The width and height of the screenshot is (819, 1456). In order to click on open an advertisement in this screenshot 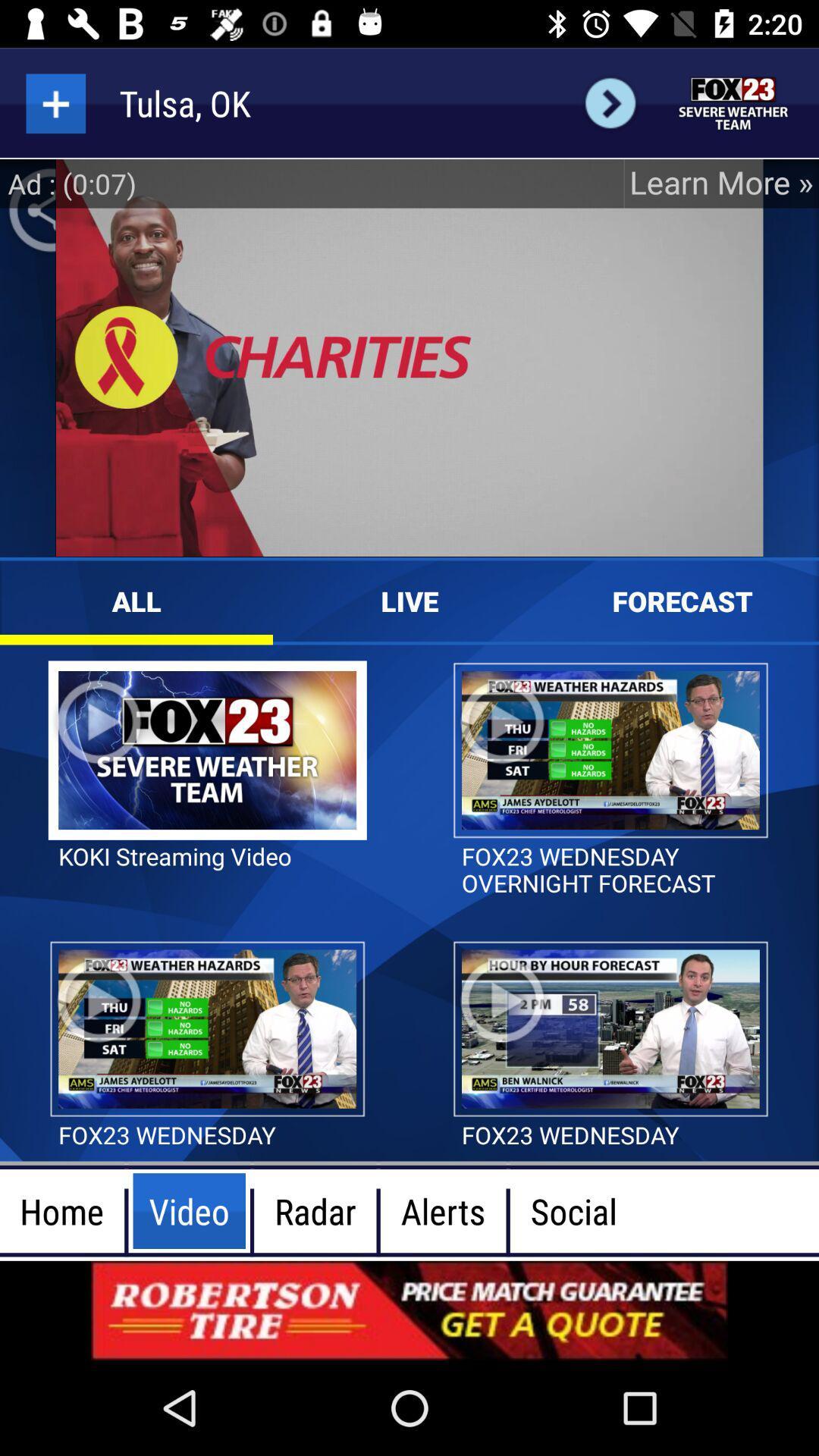, I will do `click(409, 1310)`.